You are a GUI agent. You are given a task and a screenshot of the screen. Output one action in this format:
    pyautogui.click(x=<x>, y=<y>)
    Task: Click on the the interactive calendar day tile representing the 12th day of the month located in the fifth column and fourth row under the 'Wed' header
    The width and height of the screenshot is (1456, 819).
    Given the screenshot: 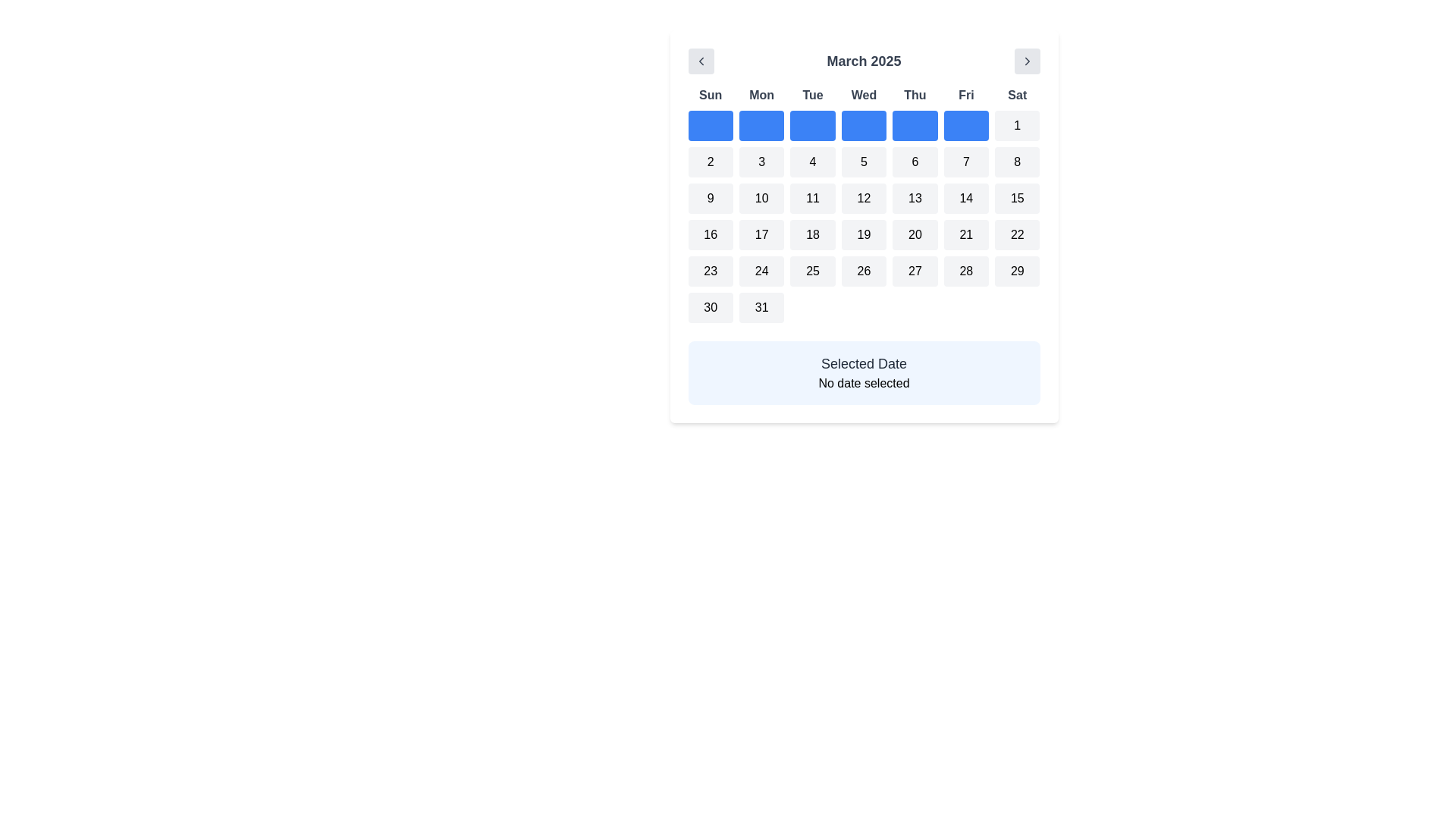 What is the action you would take?
    pyautogui.click(x=864, y=198)
    